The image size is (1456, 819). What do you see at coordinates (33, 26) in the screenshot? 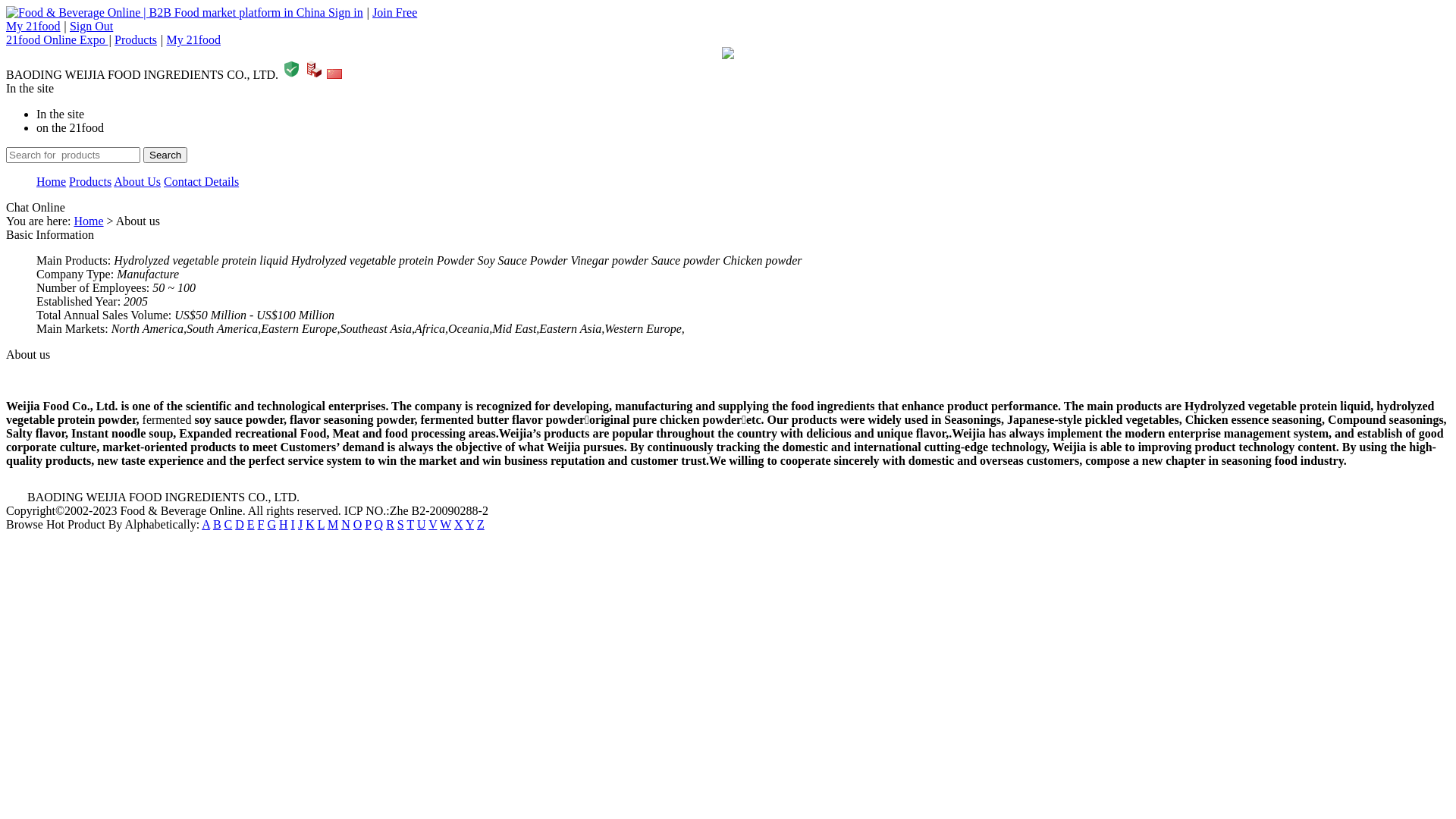
I see `'My 21food'` at bounding box center [33, 26].